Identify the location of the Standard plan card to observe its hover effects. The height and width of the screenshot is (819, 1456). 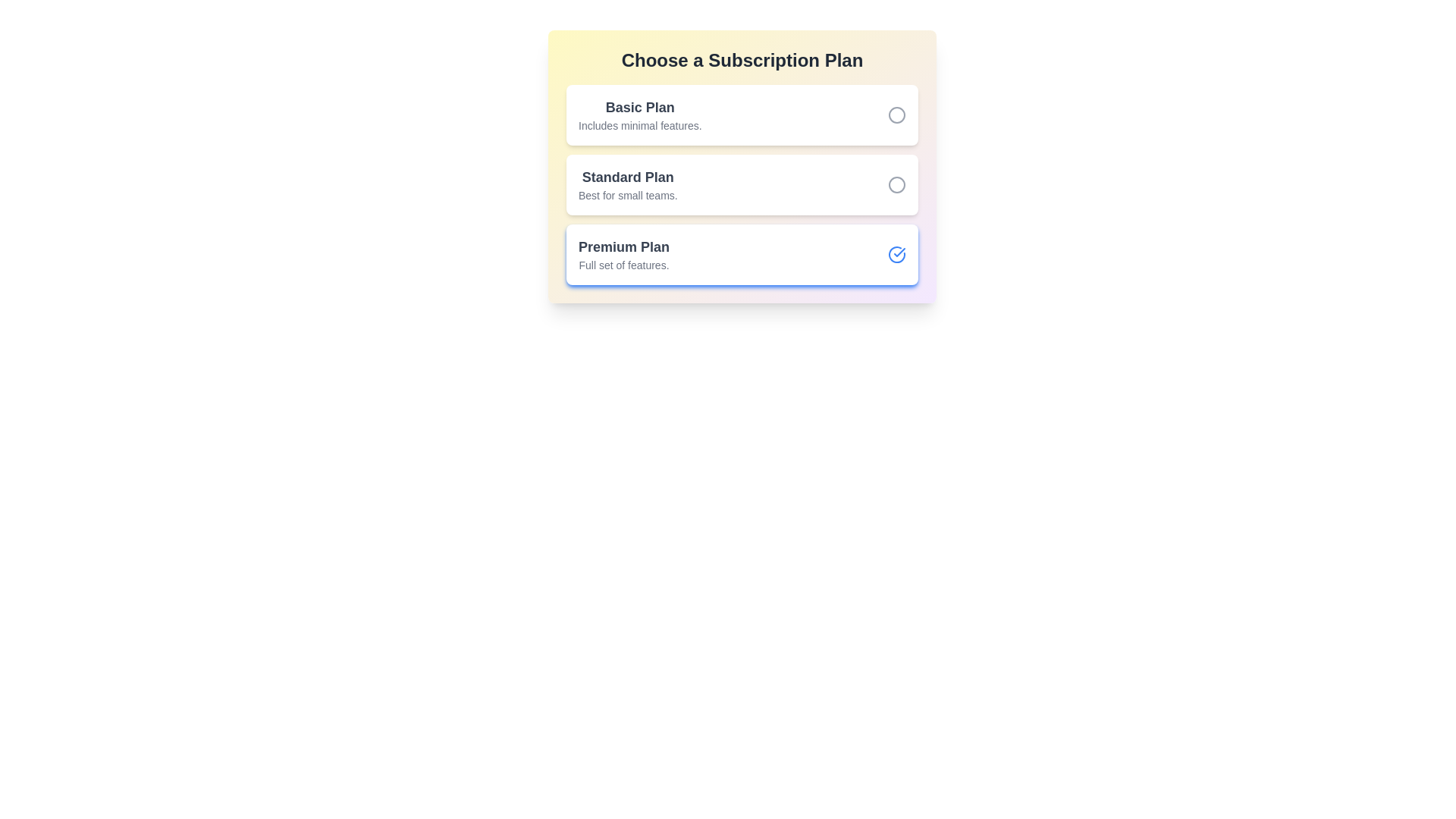
(742, 184).